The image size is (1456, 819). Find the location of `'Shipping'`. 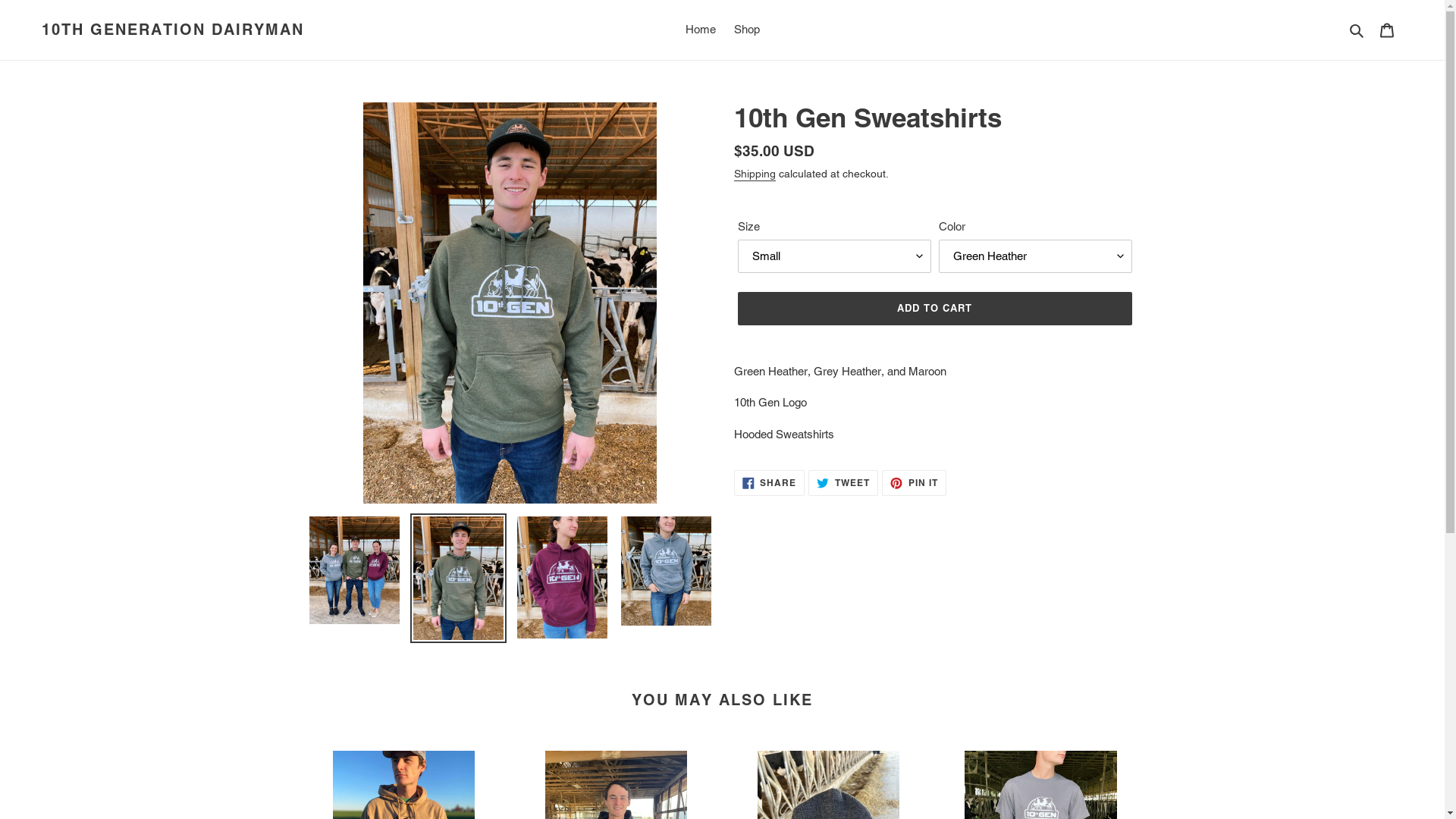

'Shipping' is located at coordinates (755, 174).